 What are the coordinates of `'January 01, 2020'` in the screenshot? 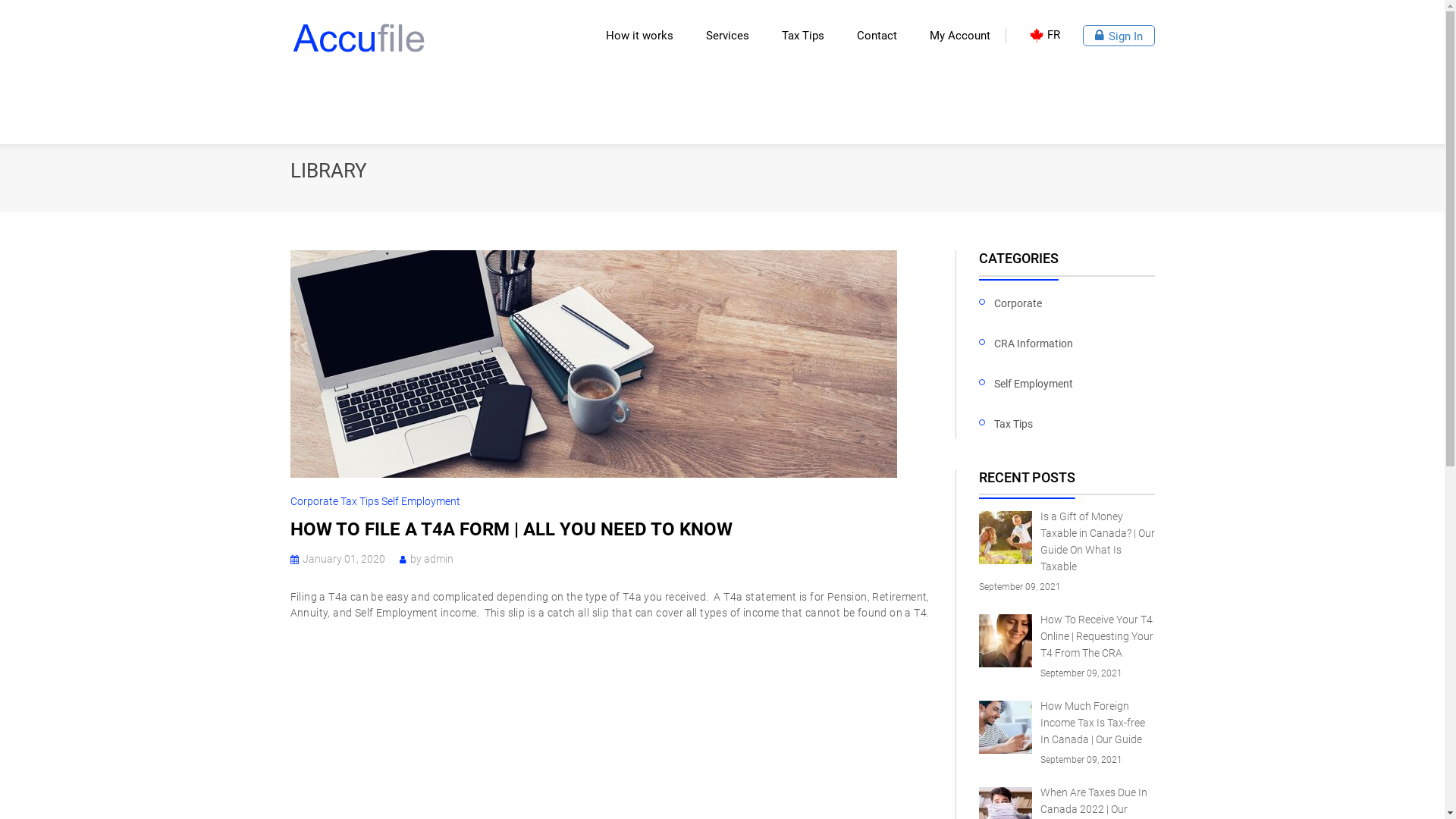 It's located at (342, 558).